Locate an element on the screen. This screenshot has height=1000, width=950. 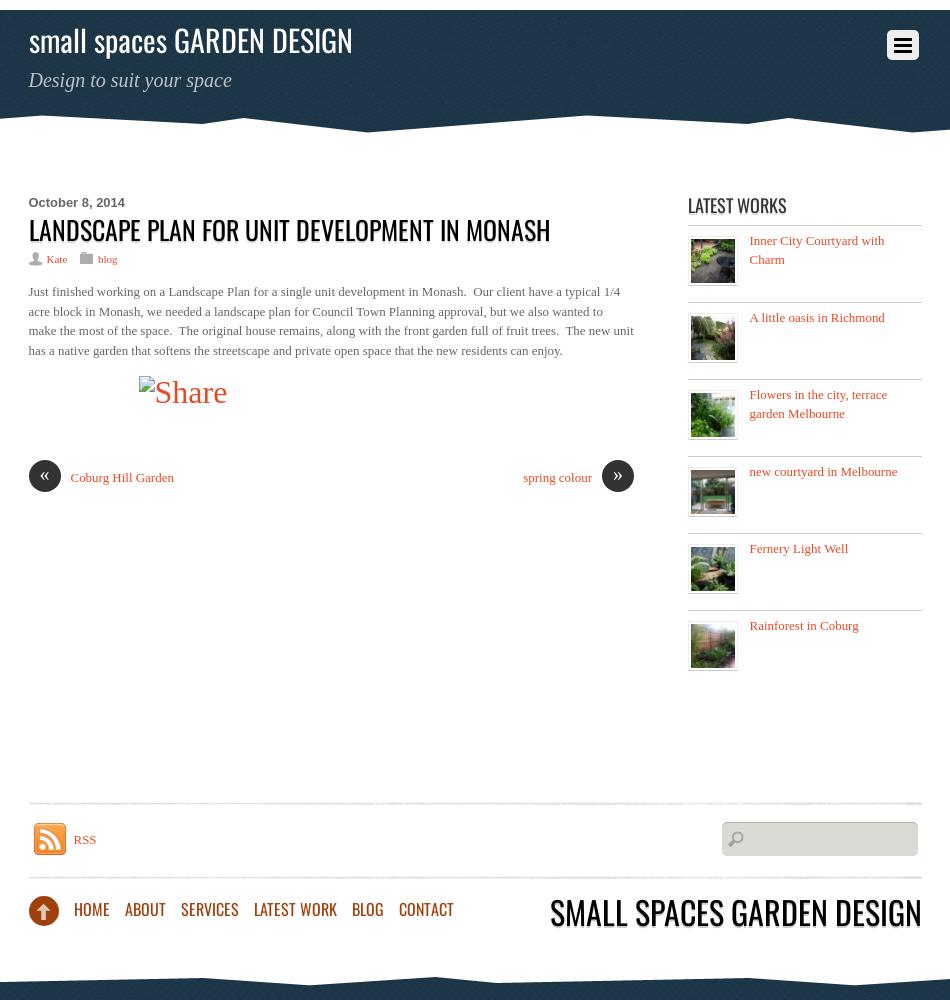
'Inner City Courtyard with Charm' is located at coordinates (815, 248).